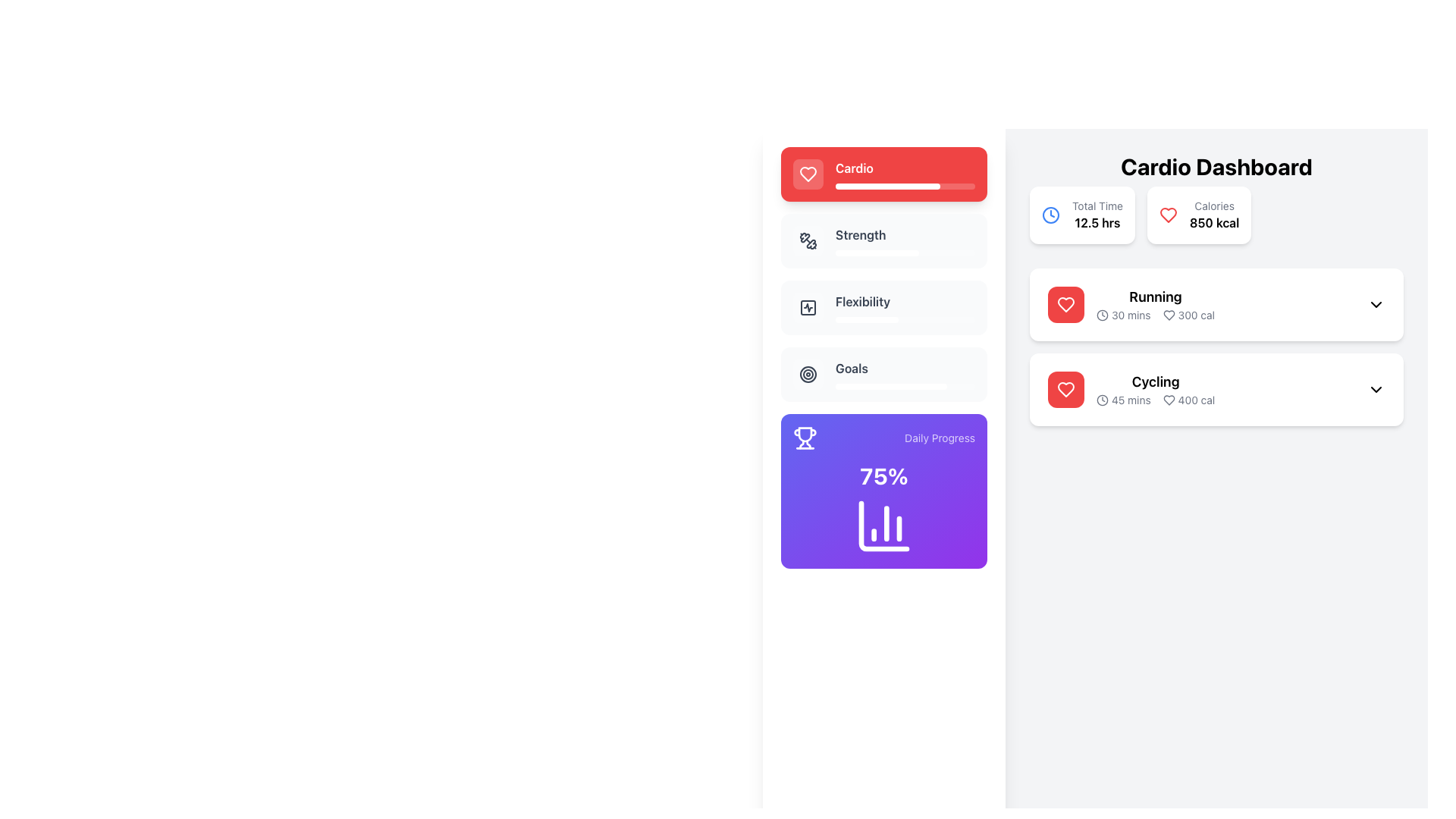 This screenshot has width=1456, height=819. What do you see at coordinates (811, 243) in the screenshot?
I see `the decorative strength icon located within the 'Strength' card on the left-hand menu of the user interface` at bounding box center [811, 243].